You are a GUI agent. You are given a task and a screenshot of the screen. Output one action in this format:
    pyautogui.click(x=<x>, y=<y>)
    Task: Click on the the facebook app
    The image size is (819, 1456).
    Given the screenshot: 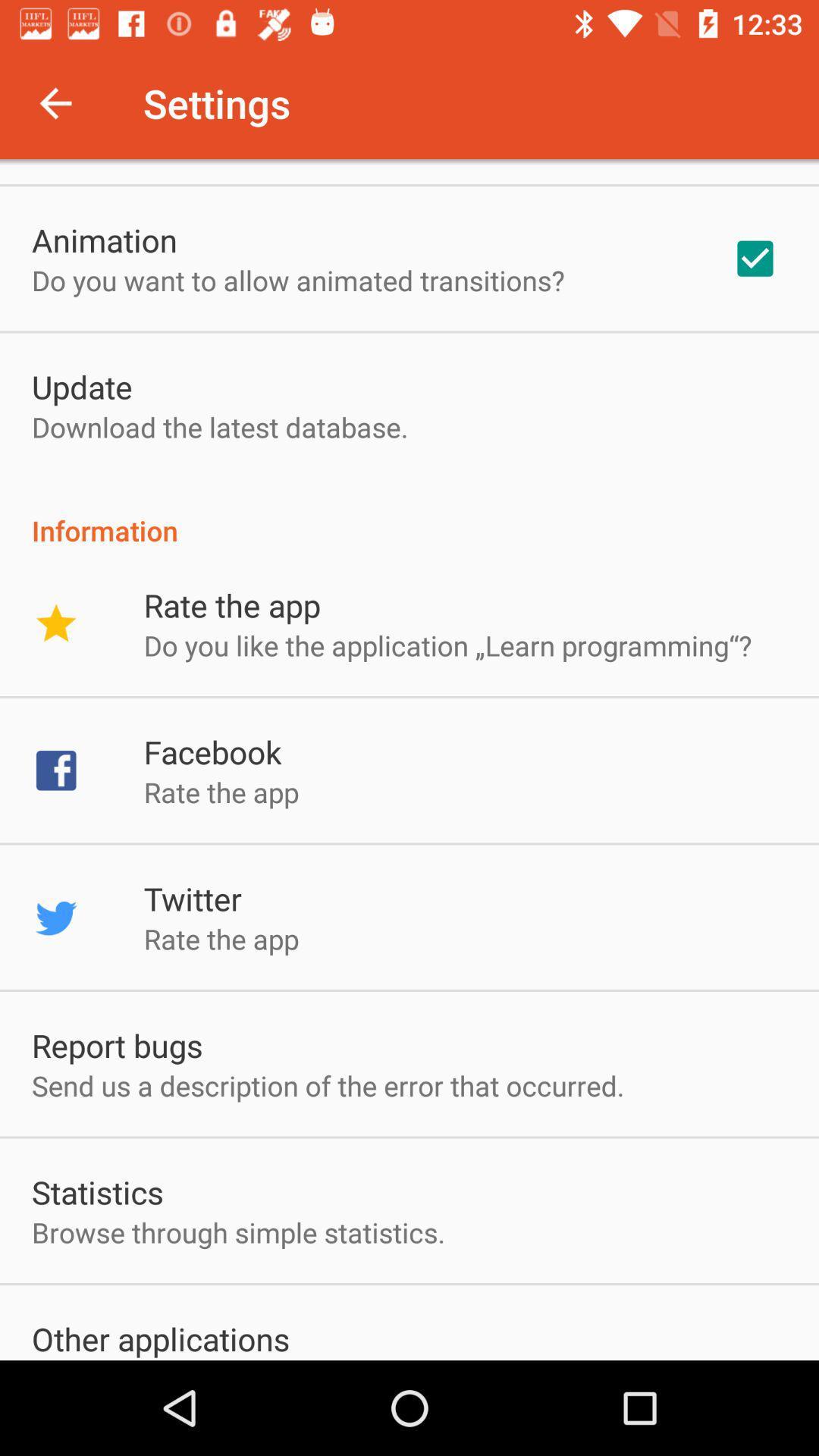 What is the action you would take?
    pyautogui.click(x=212, y=752)
    